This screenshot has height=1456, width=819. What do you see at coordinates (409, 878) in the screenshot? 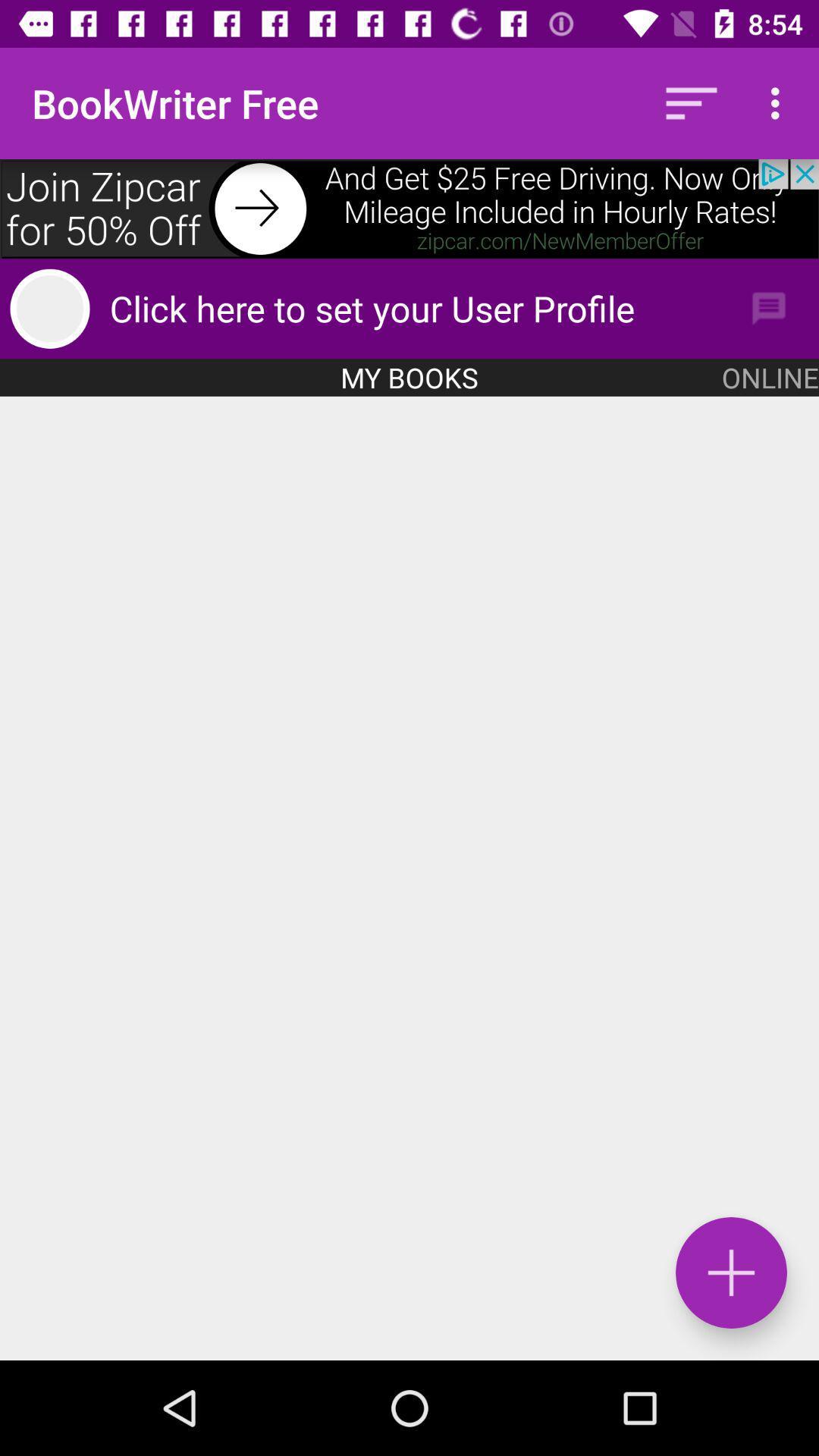
I see `new book` at bounding box center [409, 878].